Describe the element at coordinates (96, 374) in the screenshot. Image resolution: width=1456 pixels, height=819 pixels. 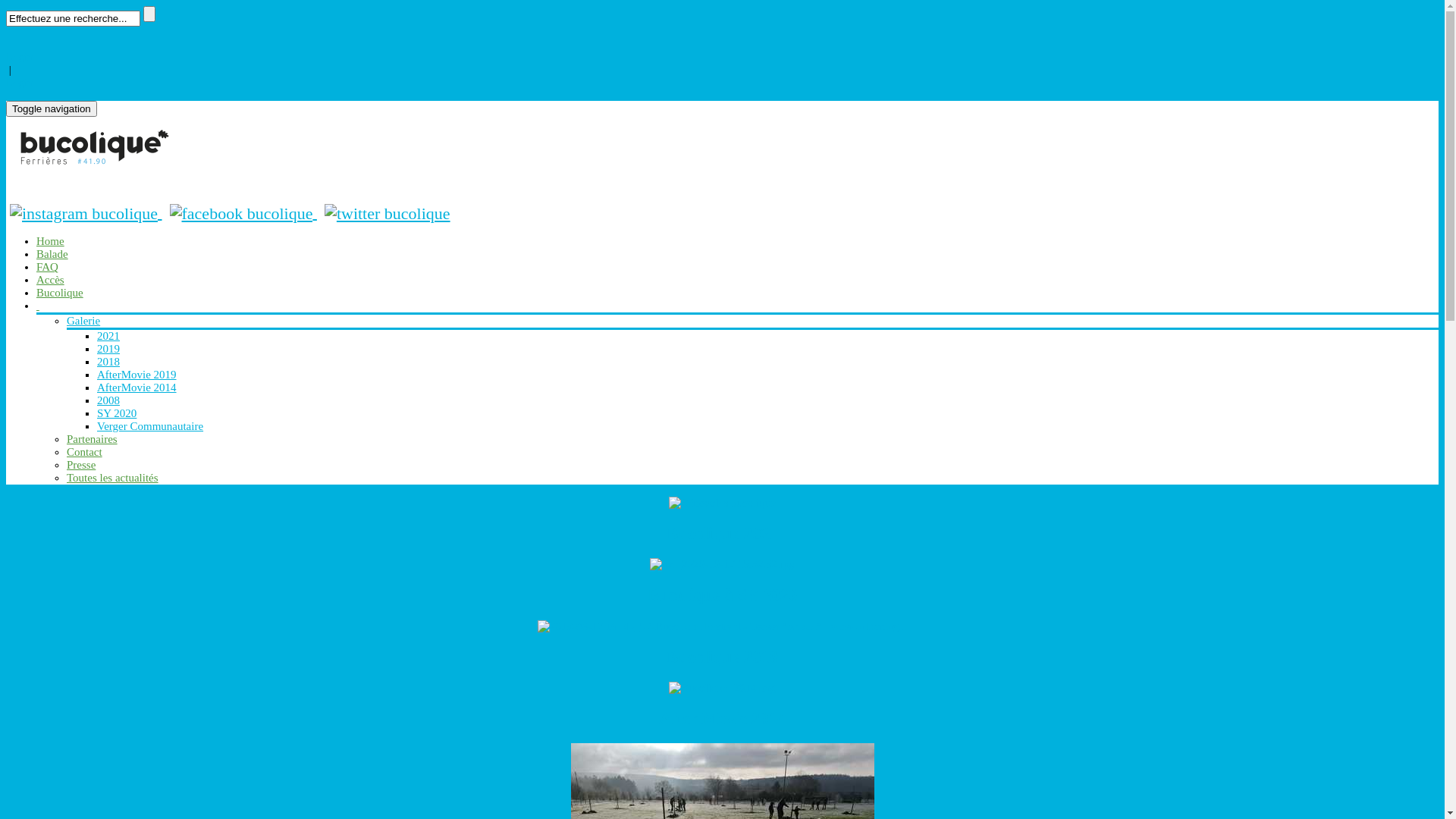
I see `'AfterMovie 2019'` at that location.